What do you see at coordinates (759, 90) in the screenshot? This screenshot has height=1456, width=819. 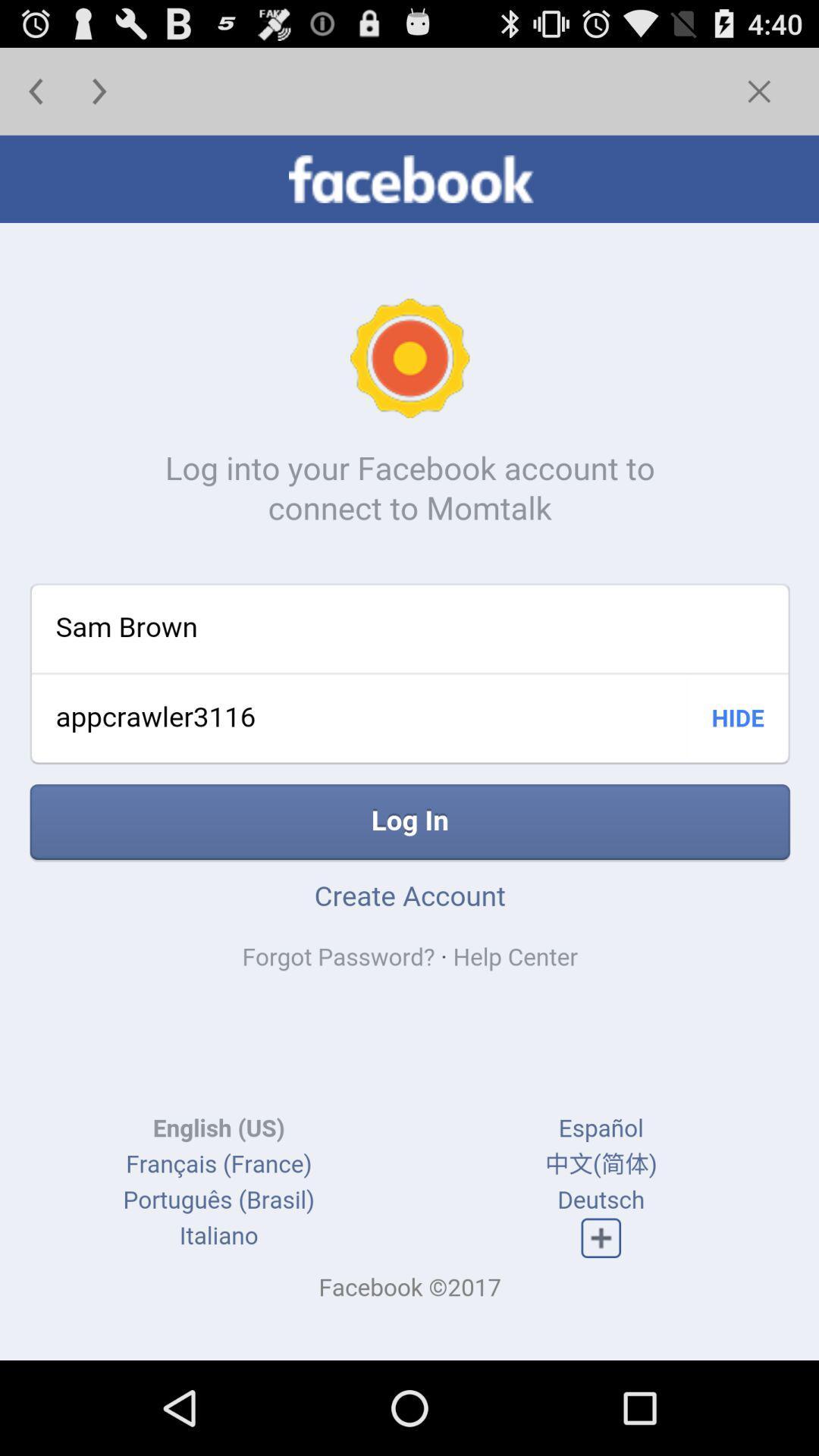 I see `press this to close` at bounding box center [759, 90].